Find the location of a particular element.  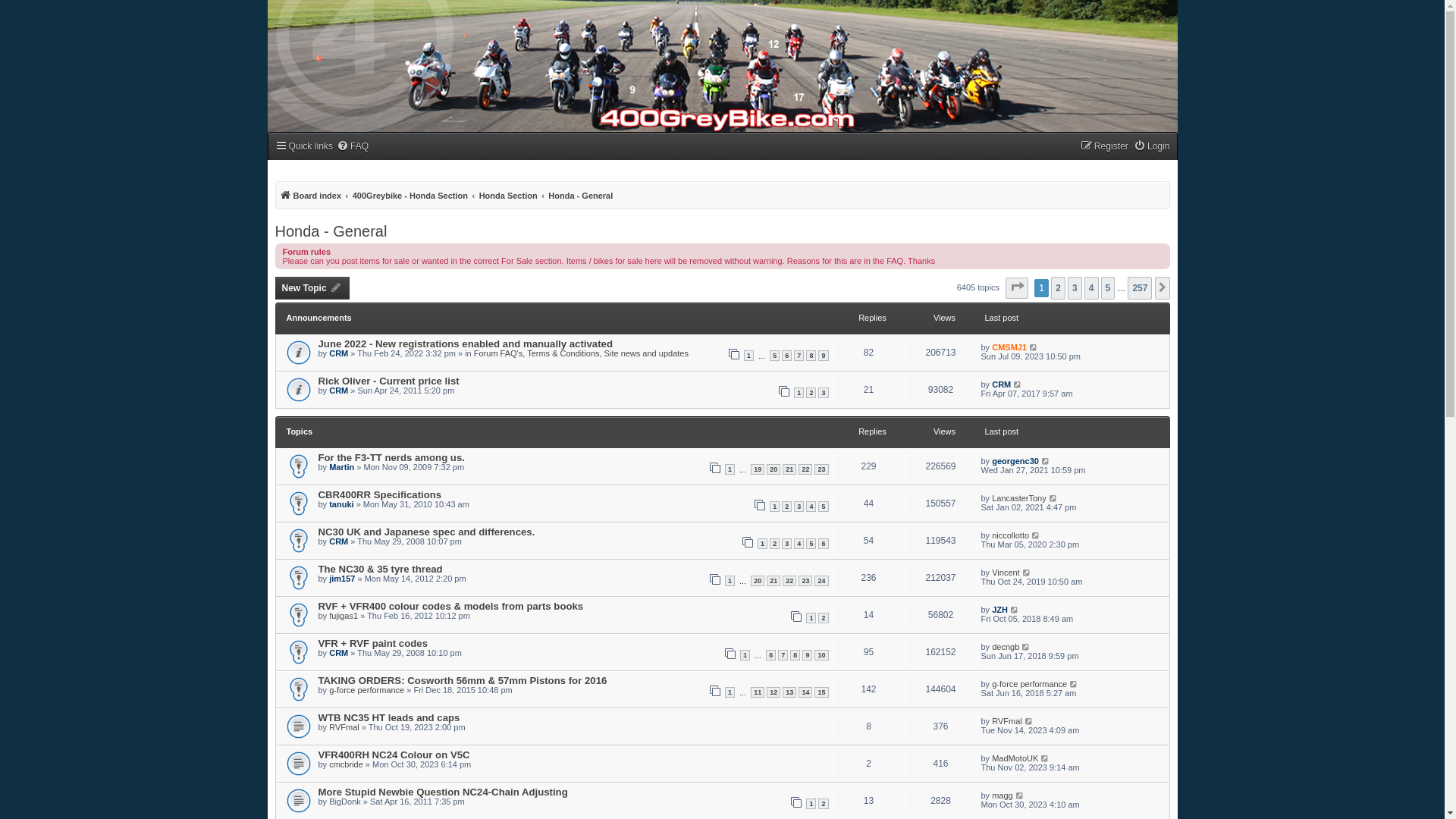

'Quick links' is located at coordinates (303, 146).